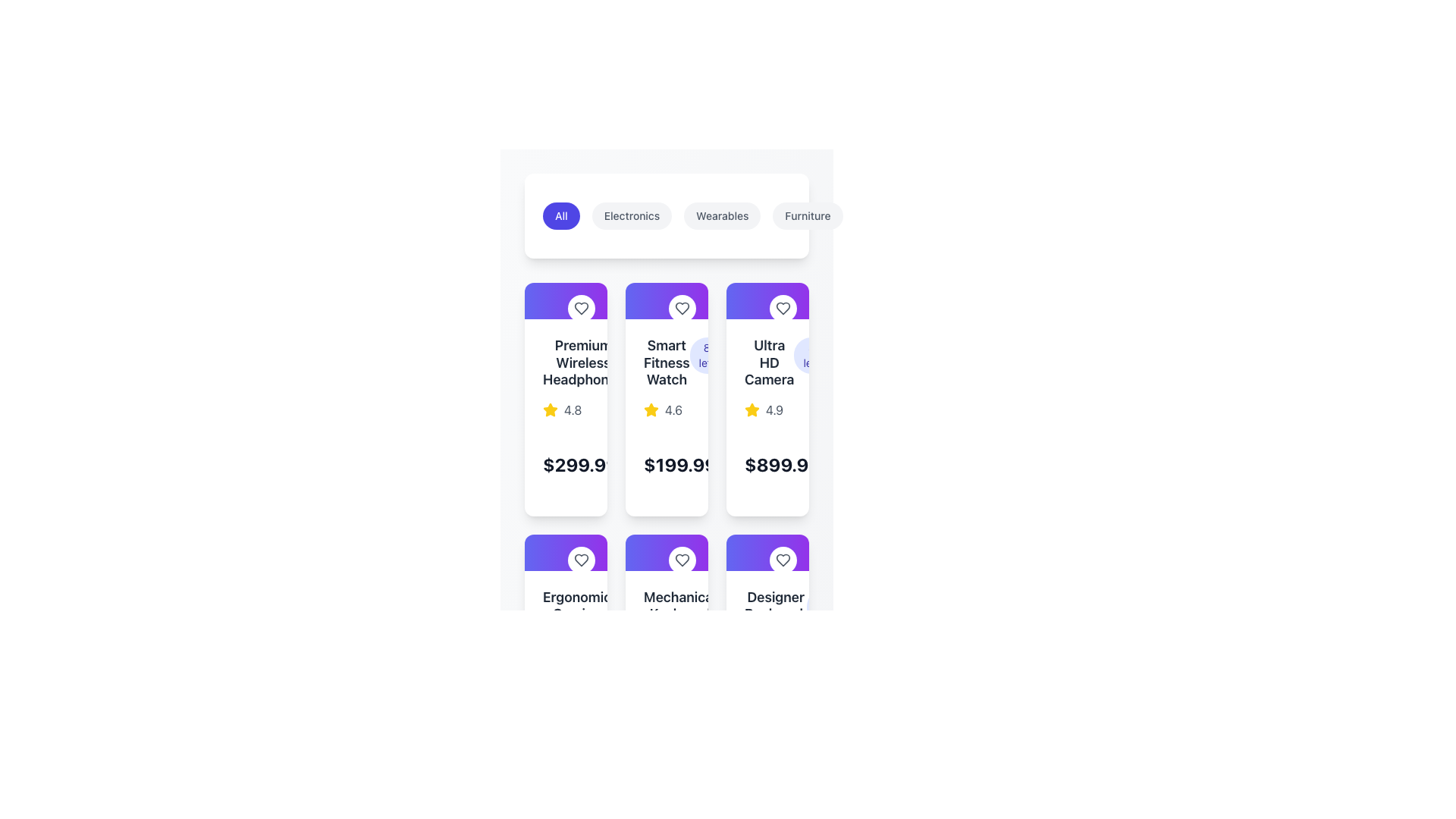 This screenshot has height=819, width=1456. I want to click on the 'Designer Backpack' text label, which is located in the bottom-right product card above the stock availability information, so click(776, 604).